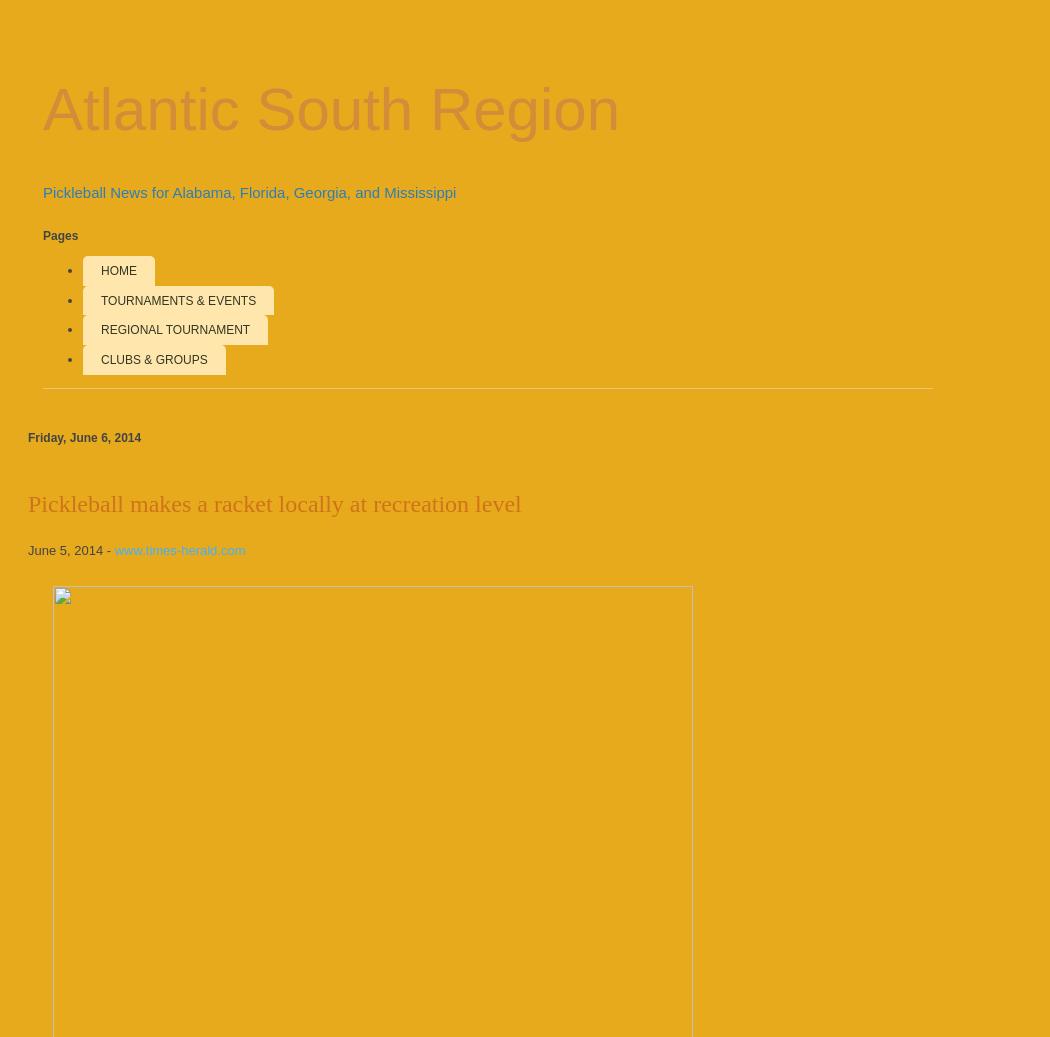  Describe the element at coordinates (117, 269) in the screenshot. I see `'HOME'` at that location.